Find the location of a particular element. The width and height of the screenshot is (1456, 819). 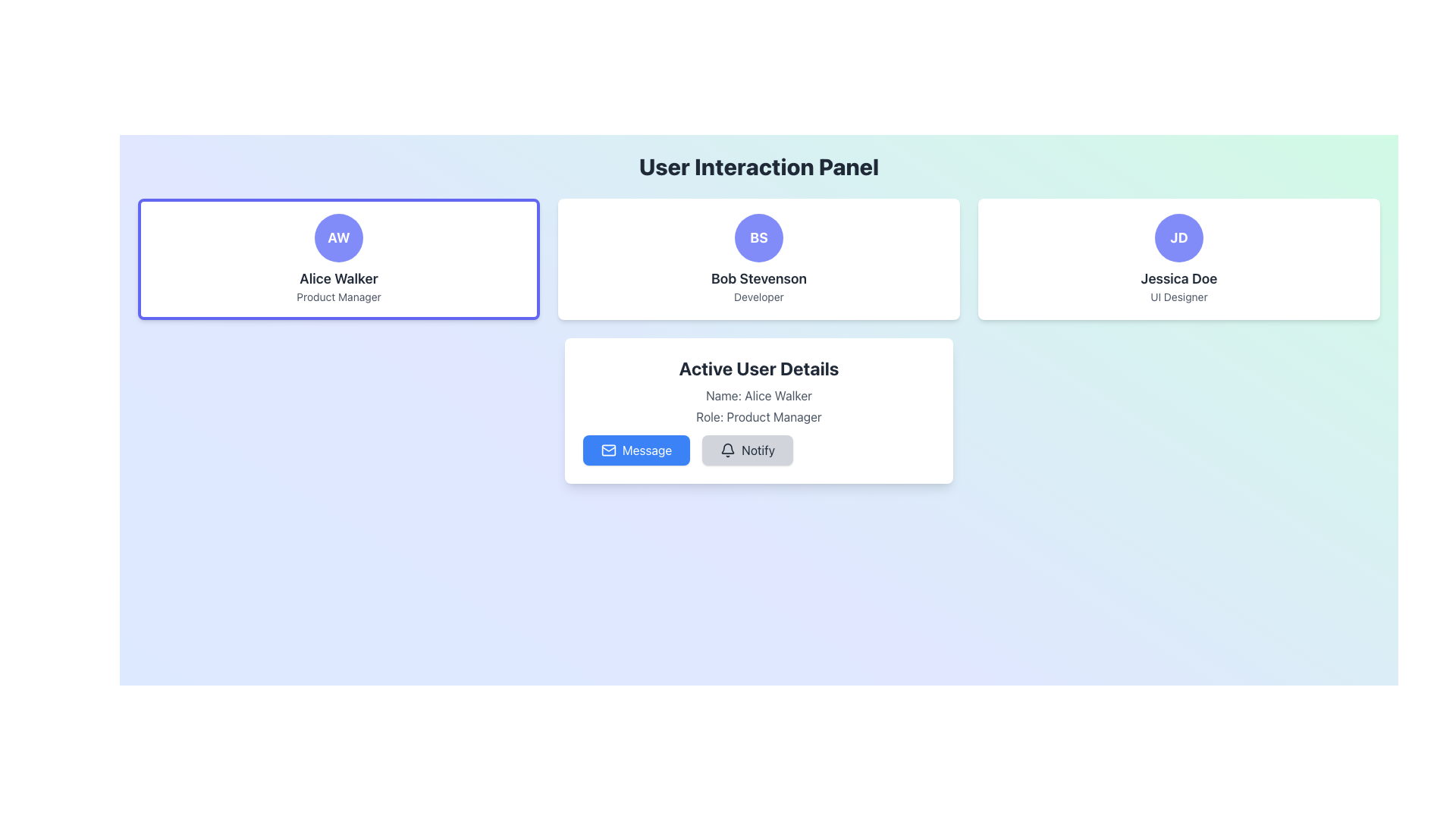

the blue button labeled 'Message' with a mail icon on the left to observe its hover effect is located at coordinates (636, 450).